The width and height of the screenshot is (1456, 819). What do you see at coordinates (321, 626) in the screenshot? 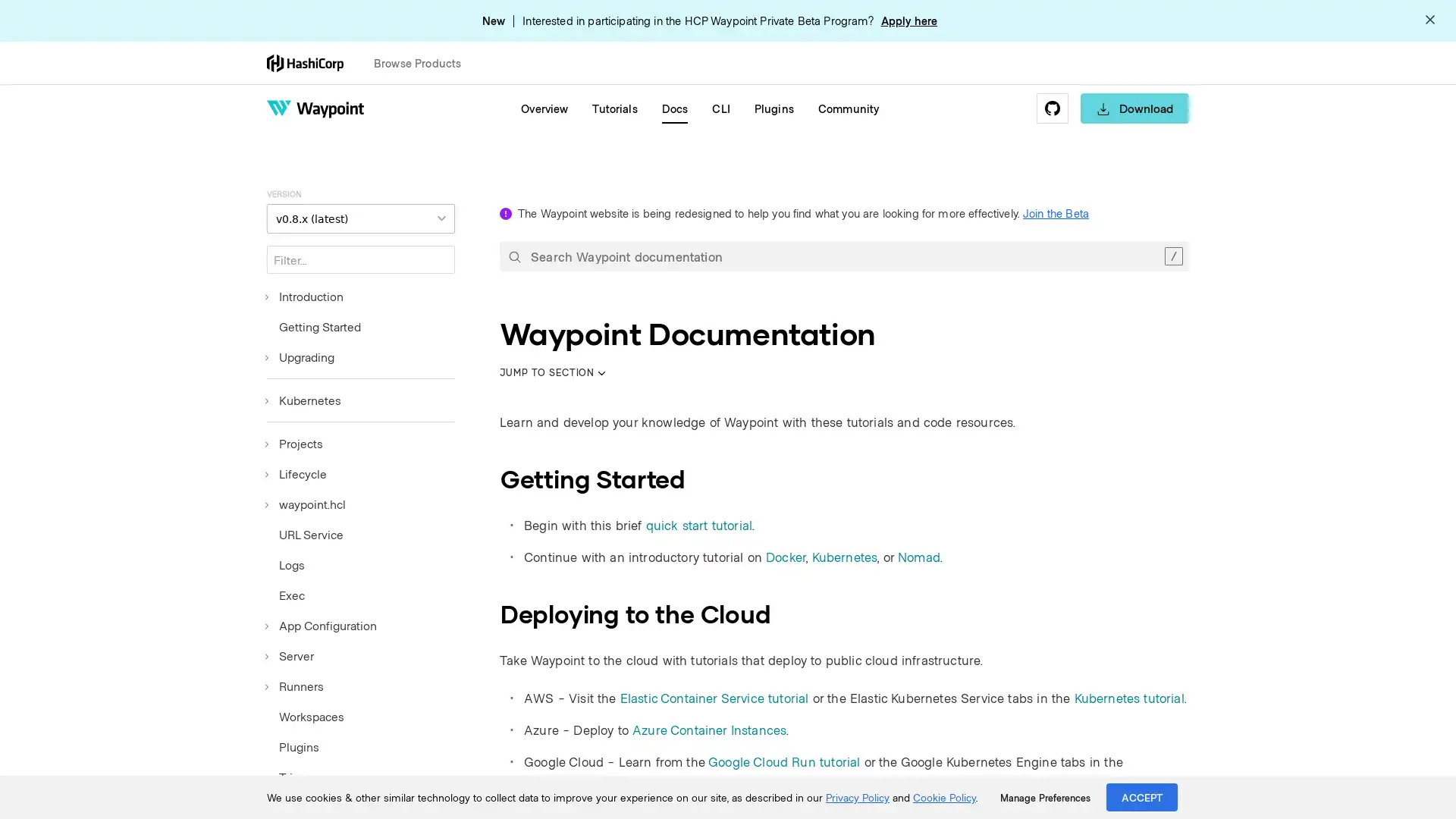
I see `App Configuration` at bounding box center [321, 626].